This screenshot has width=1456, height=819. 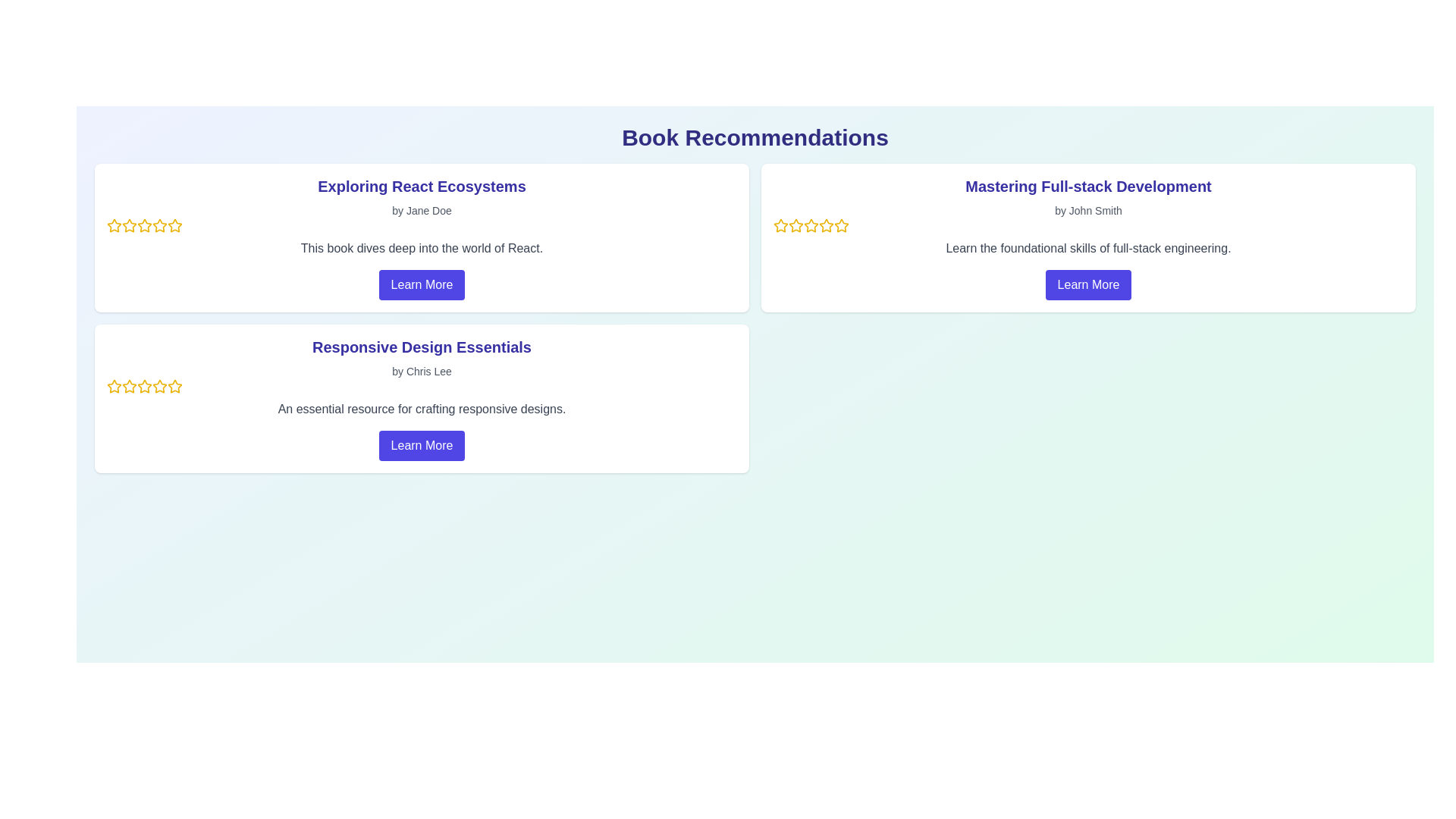 I want to click on text element that displays 'Learn the foundational skills of full-stack engineering.' located in the description area of the 'Mastering Full-stack Development' card, positioned below the author's name and above the 'Learn More' button, so click(x=1087, y=247).